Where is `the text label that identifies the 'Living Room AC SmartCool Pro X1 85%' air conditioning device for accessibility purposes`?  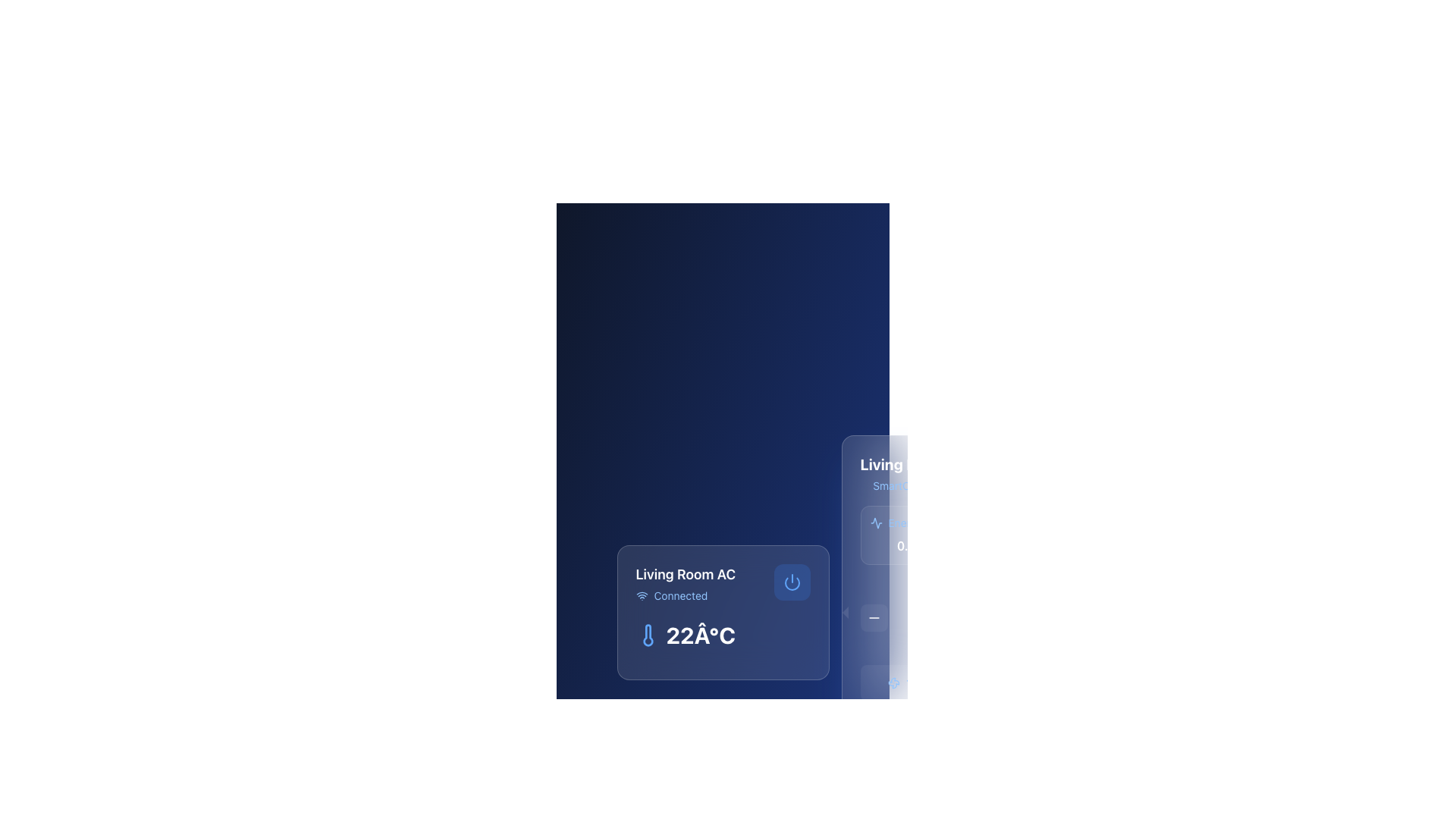
the text label that identifies the 'Living Room AC SmartCool Pro X1 85%' air conditioning device for accessibility purposes is located at coordinates (985, 472).